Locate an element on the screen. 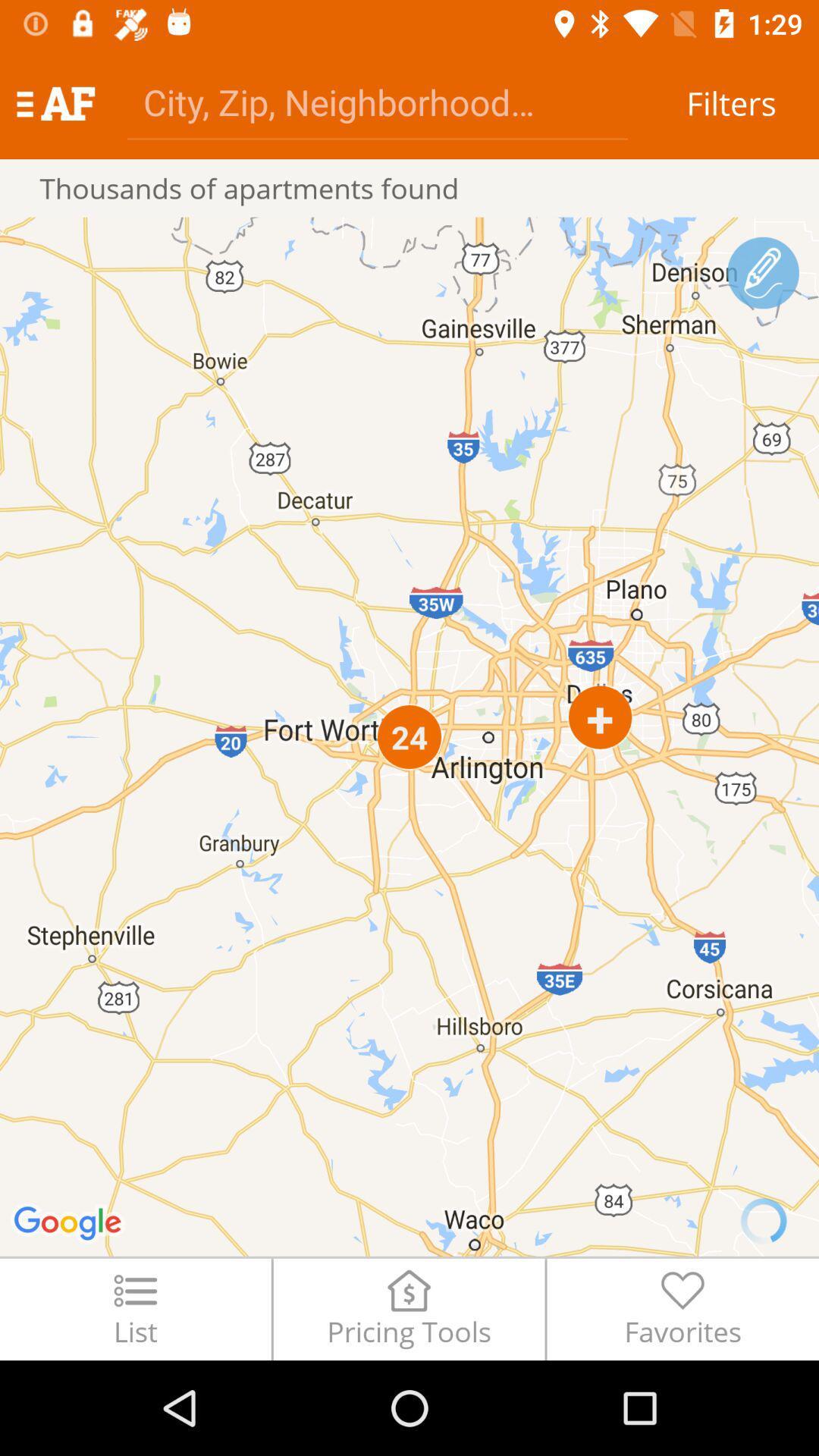 This screenshot has width=819, height=1456. the filters item is located at coordinates (730, 102).